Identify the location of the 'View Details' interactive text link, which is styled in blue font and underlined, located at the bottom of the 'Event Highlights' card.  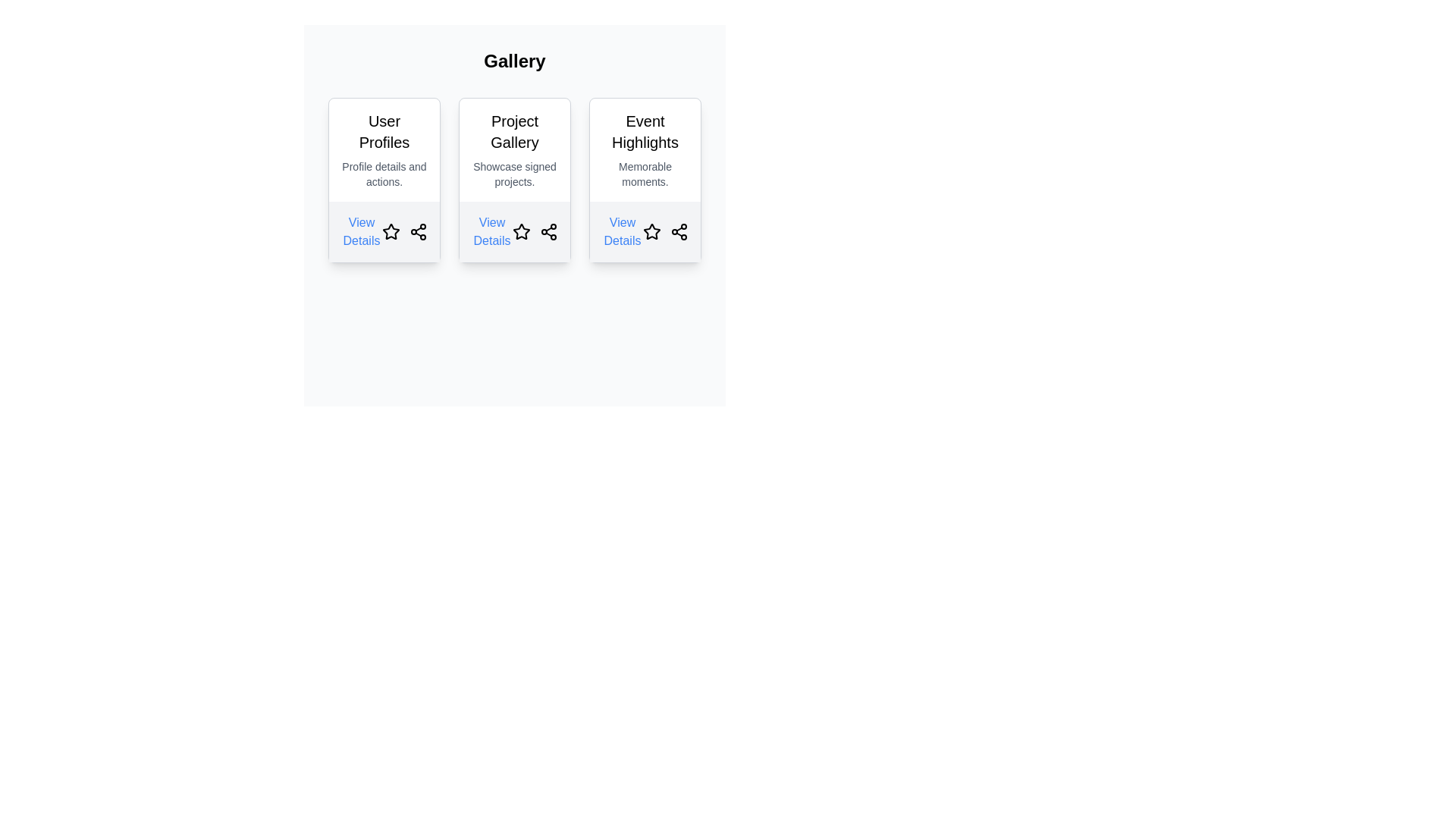
(622, 231).